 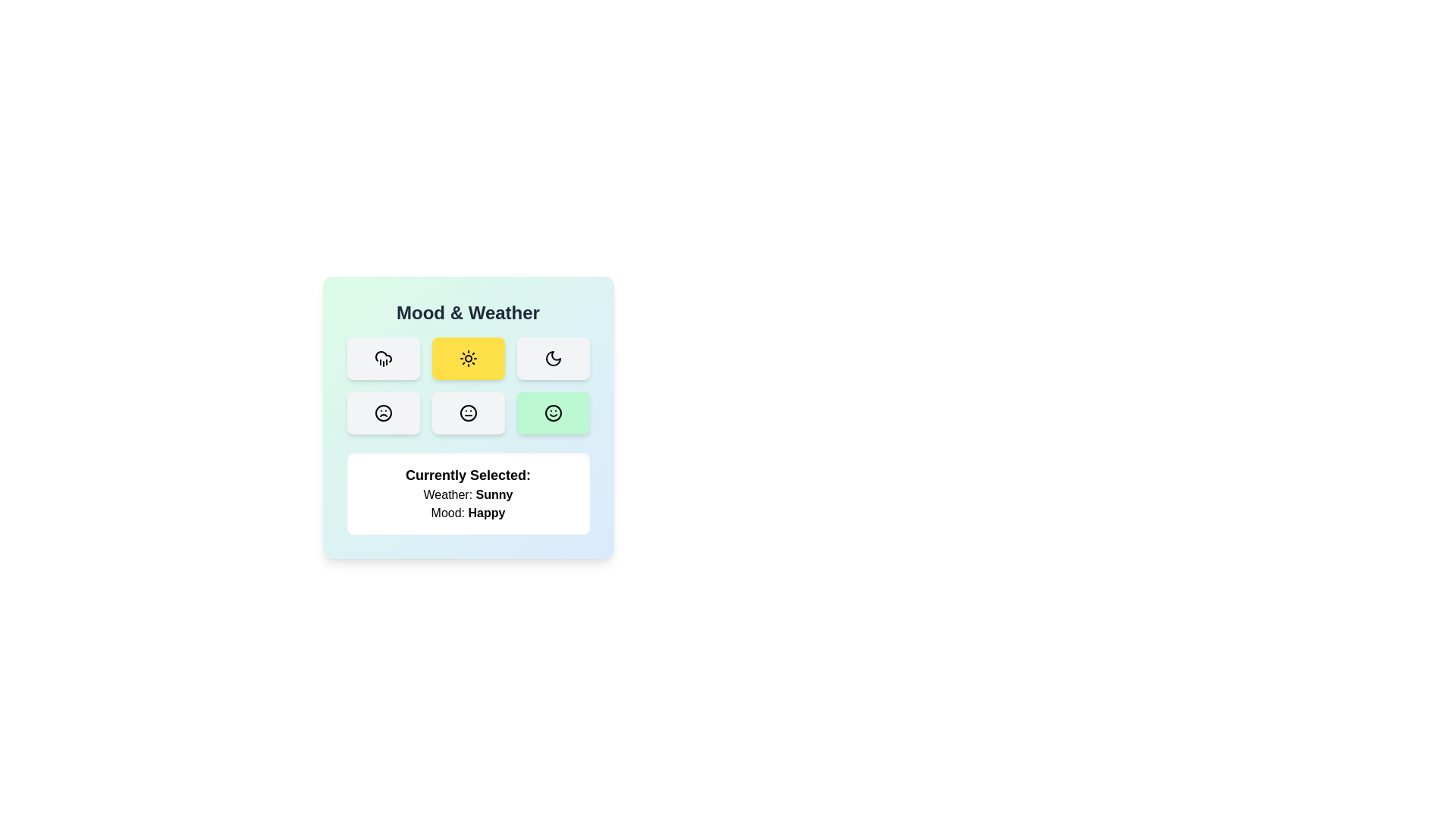 What do you see at coordinates (552, 413) in the screenshot?
I see `the happy mood icon located in the second row and middle column of the Mood & Weather section` at bounding box center [552, 413].